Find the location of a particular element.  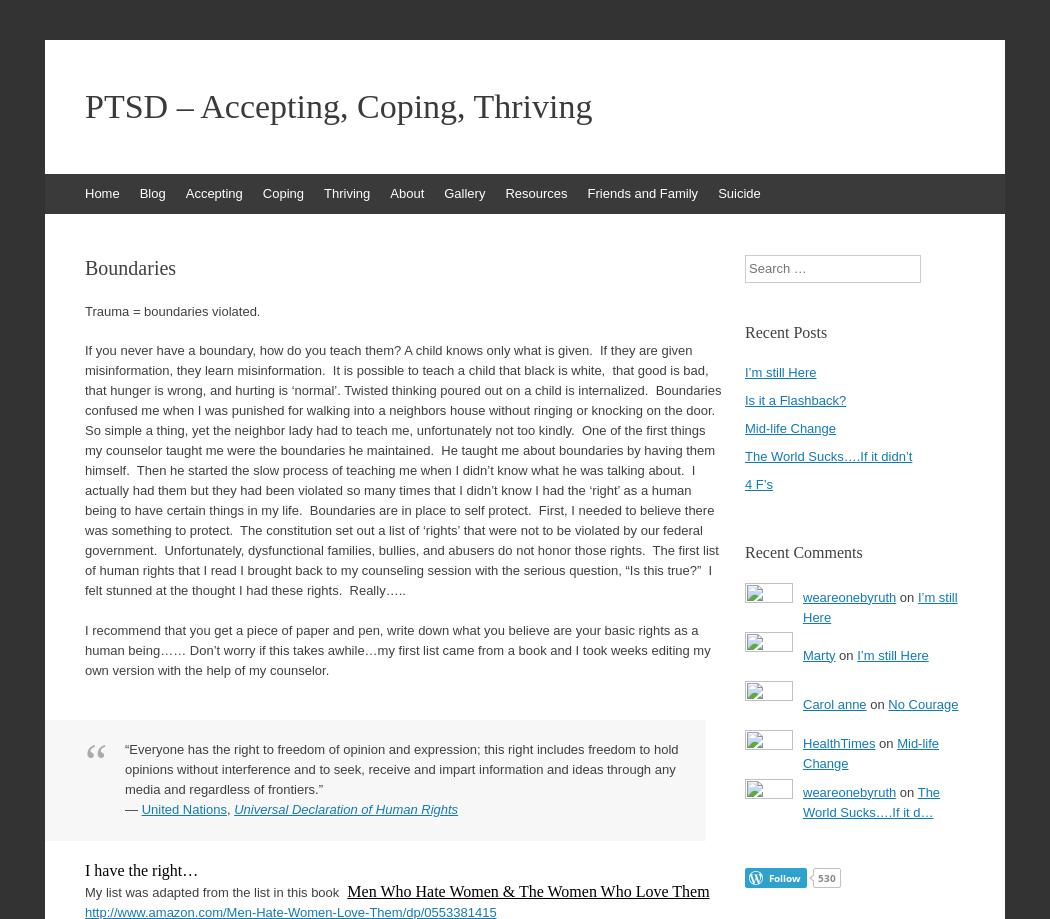

'My list was adapted from the list in this book' is located at coordinates (210, 890).